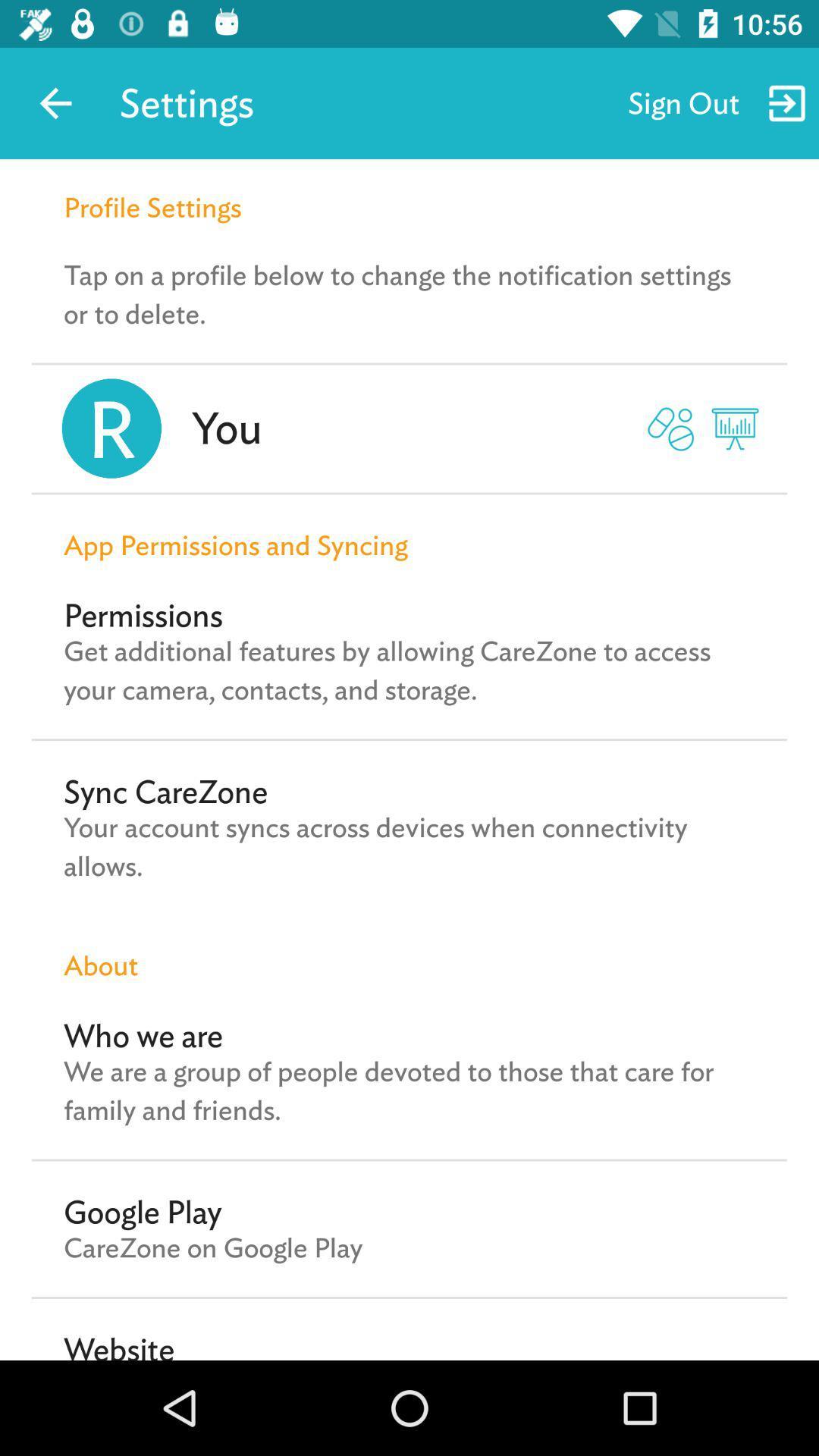 Image resolution: width=819 pixels, height=1456 pixels. What do you see at coordinates (213, 1247) in the screenshot?
I see `the item above the website item` at bounding box center [213, 1247].